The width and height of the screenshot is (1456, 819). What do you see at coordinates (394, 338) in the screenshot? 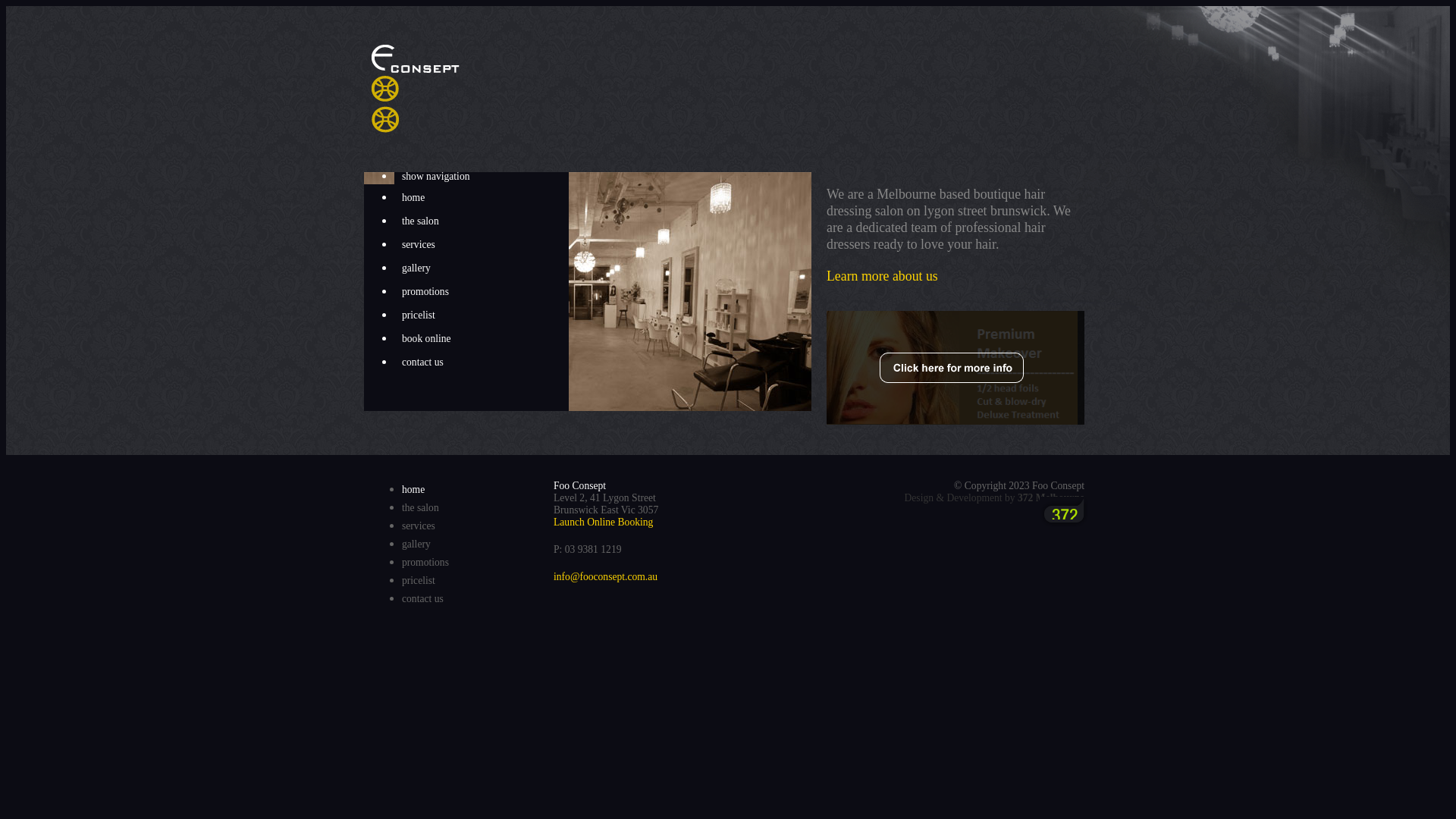
I see `'book online'` at bounding box center [394, 338].